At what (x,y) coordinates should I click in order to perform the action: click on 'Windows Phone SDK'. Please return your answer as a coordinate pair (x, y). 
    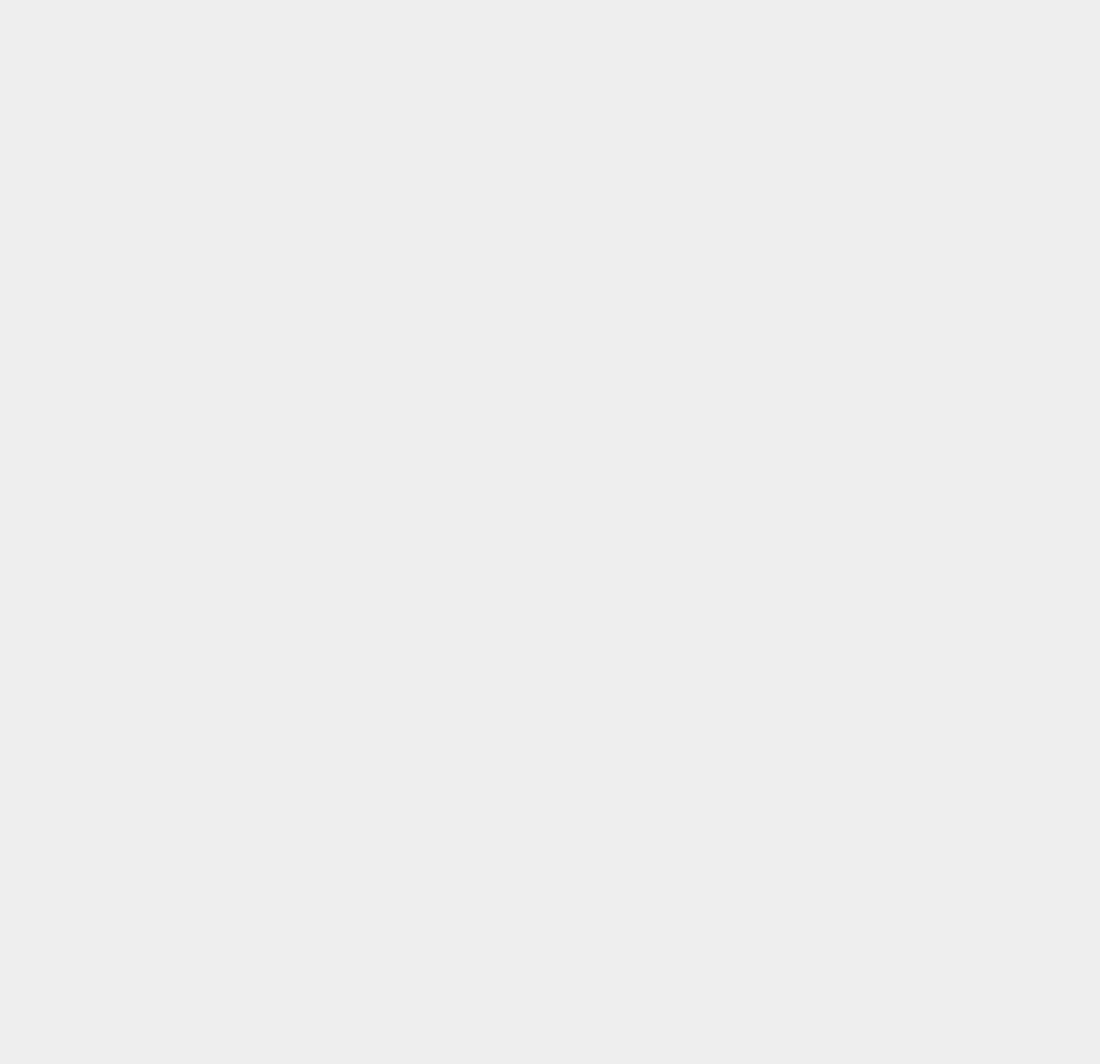
    Looking at the image, I should click on (841, 909).